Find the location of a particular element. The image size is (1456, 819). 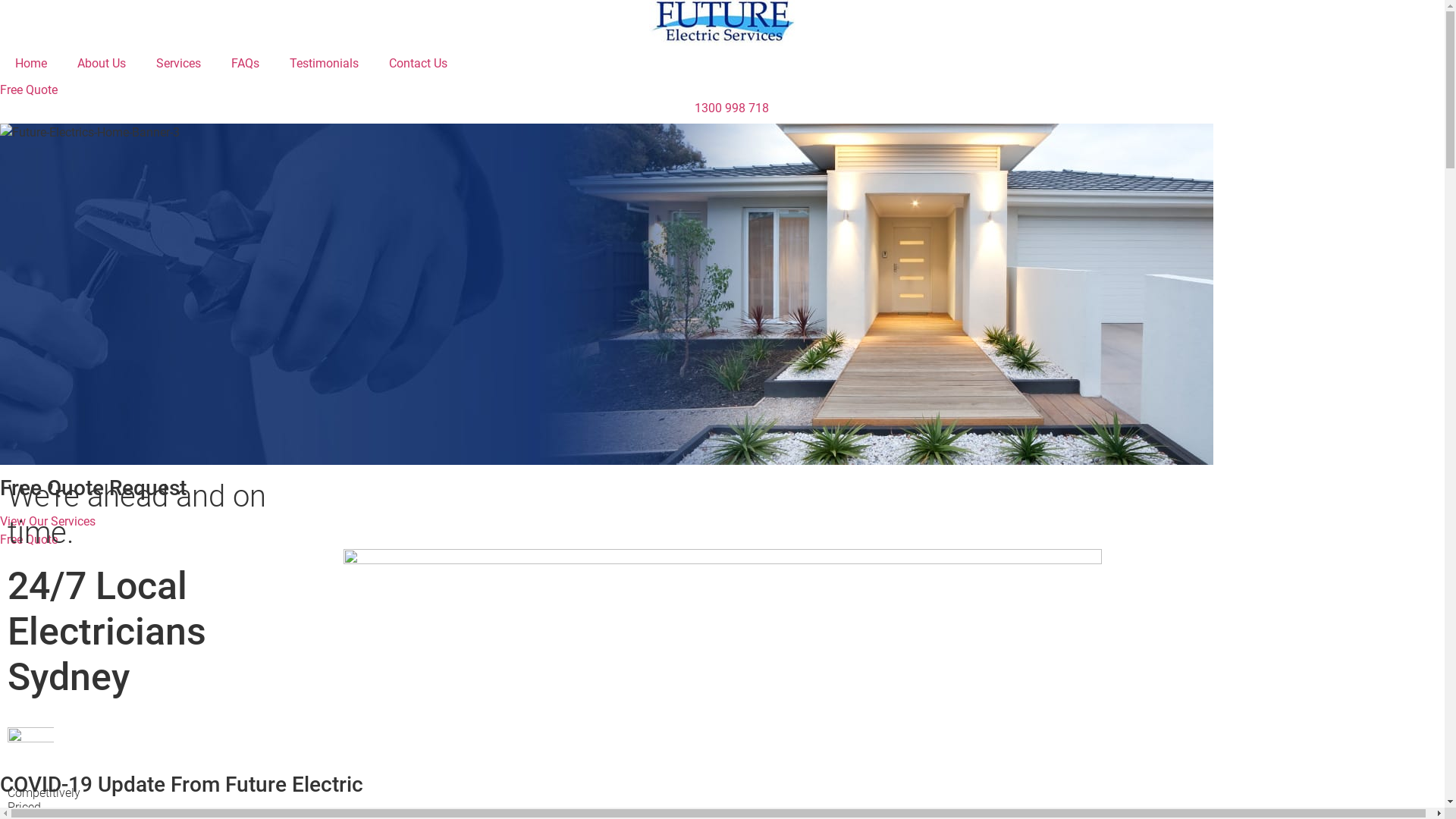

'1300 998 718' is located at coordinates (721, 107).